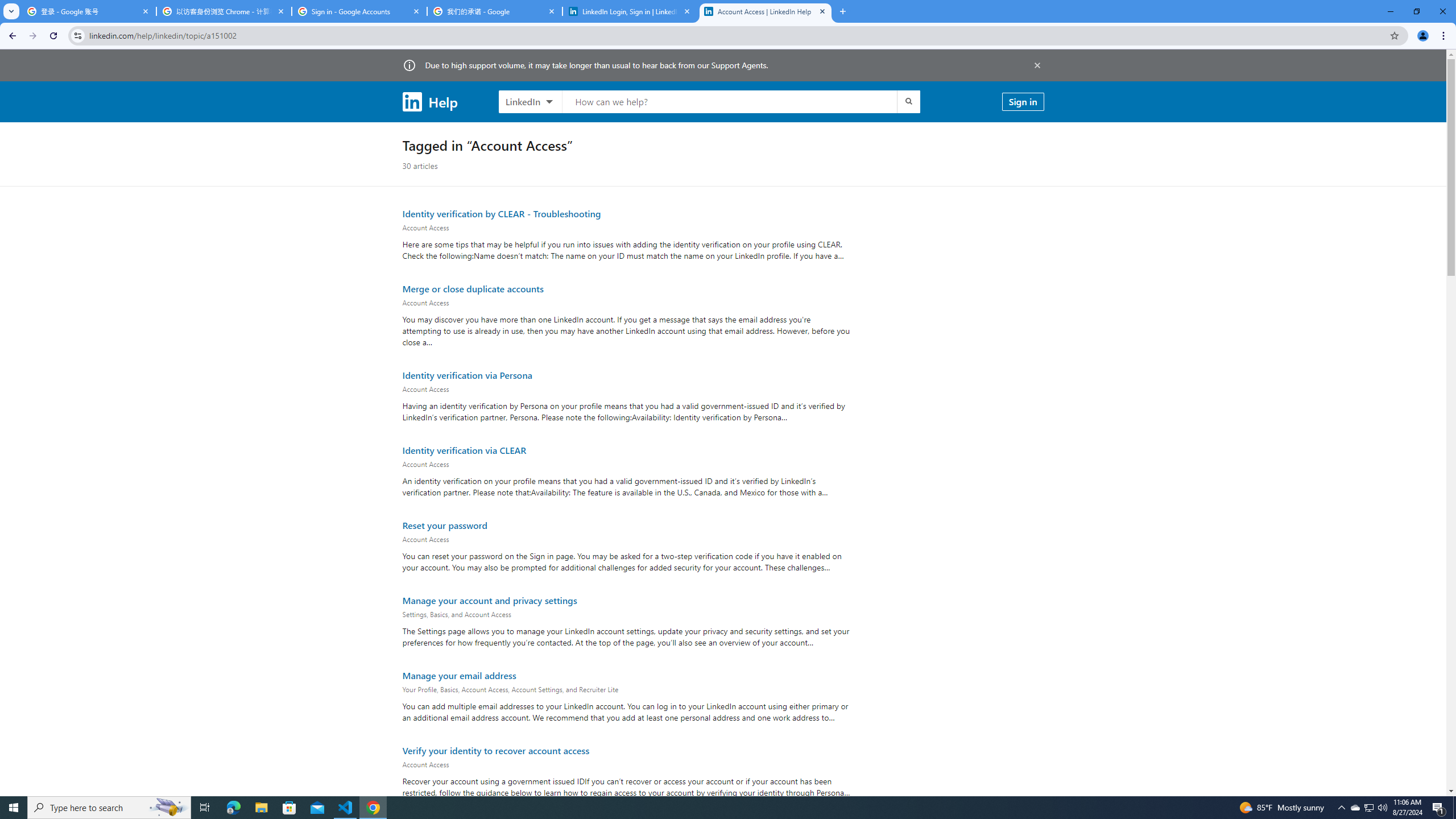  Describe the element at coordinates (445, 524) in the screenshot. I see `'Reset your password'` at that location.